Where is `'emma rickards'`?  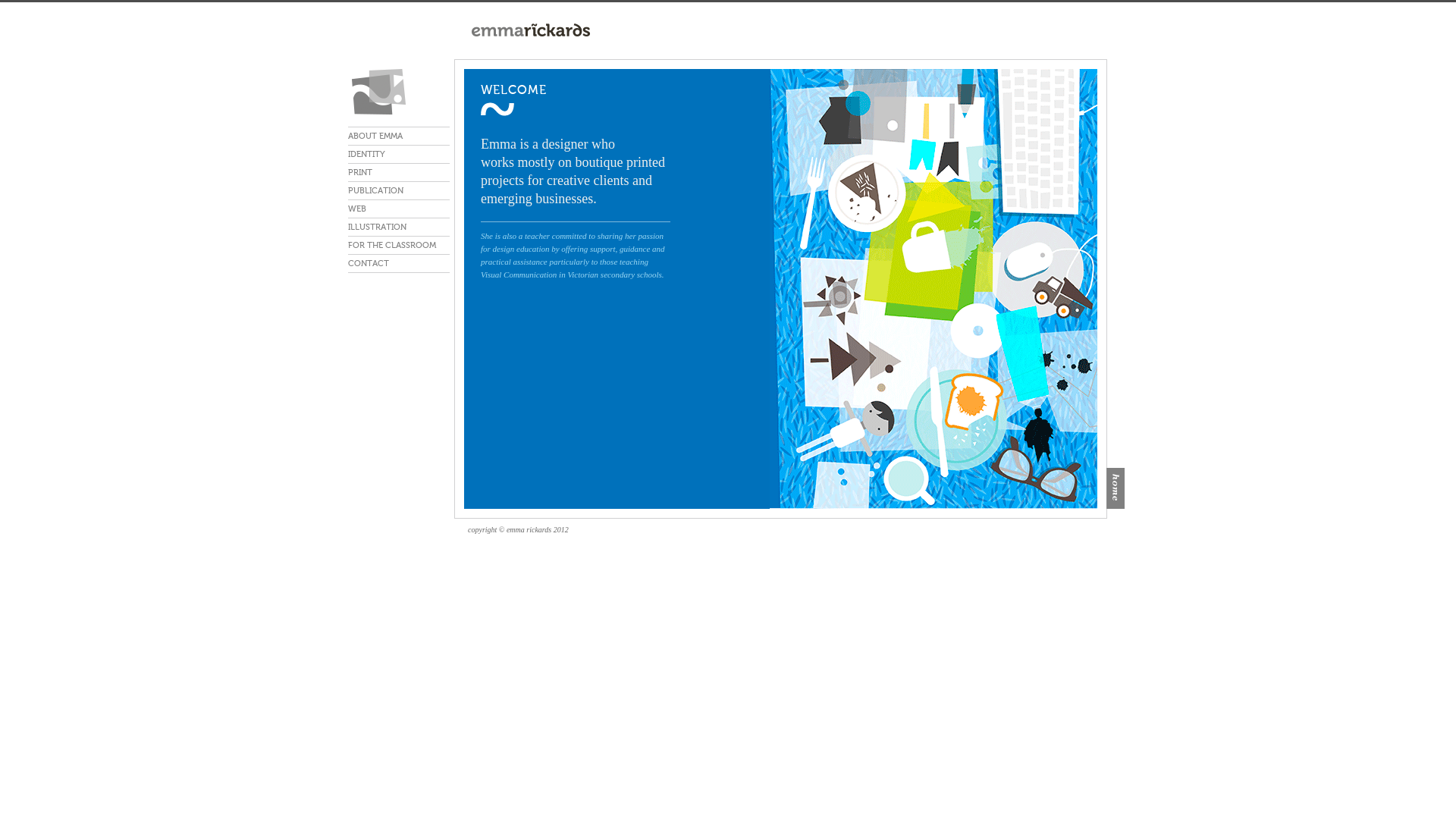 'emma rickards' is located at coordinates (399, 91).